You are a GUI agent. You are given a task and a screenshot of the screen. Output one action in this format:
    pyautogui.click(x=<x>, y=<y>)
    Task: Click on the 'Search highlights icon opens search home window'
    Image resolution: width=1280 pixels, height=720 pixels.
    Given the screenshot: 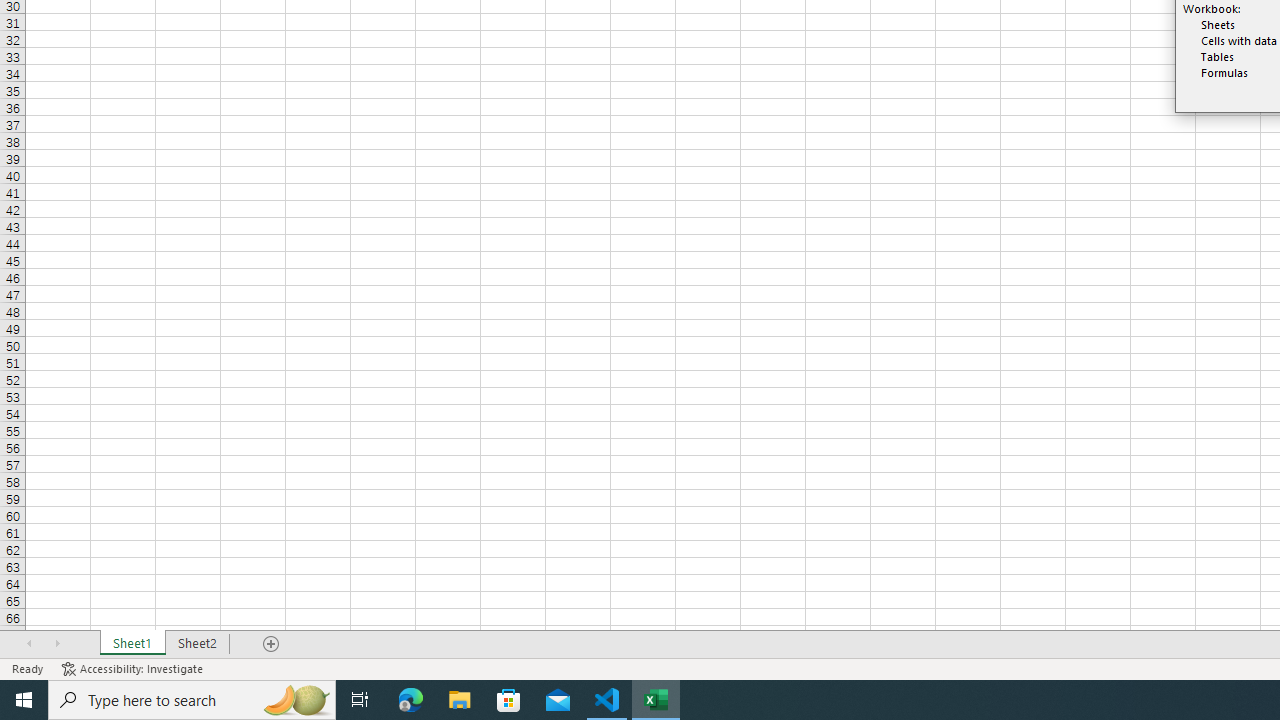 What is the action you would take?
    pyautogui.click(x=294, y=698)
    